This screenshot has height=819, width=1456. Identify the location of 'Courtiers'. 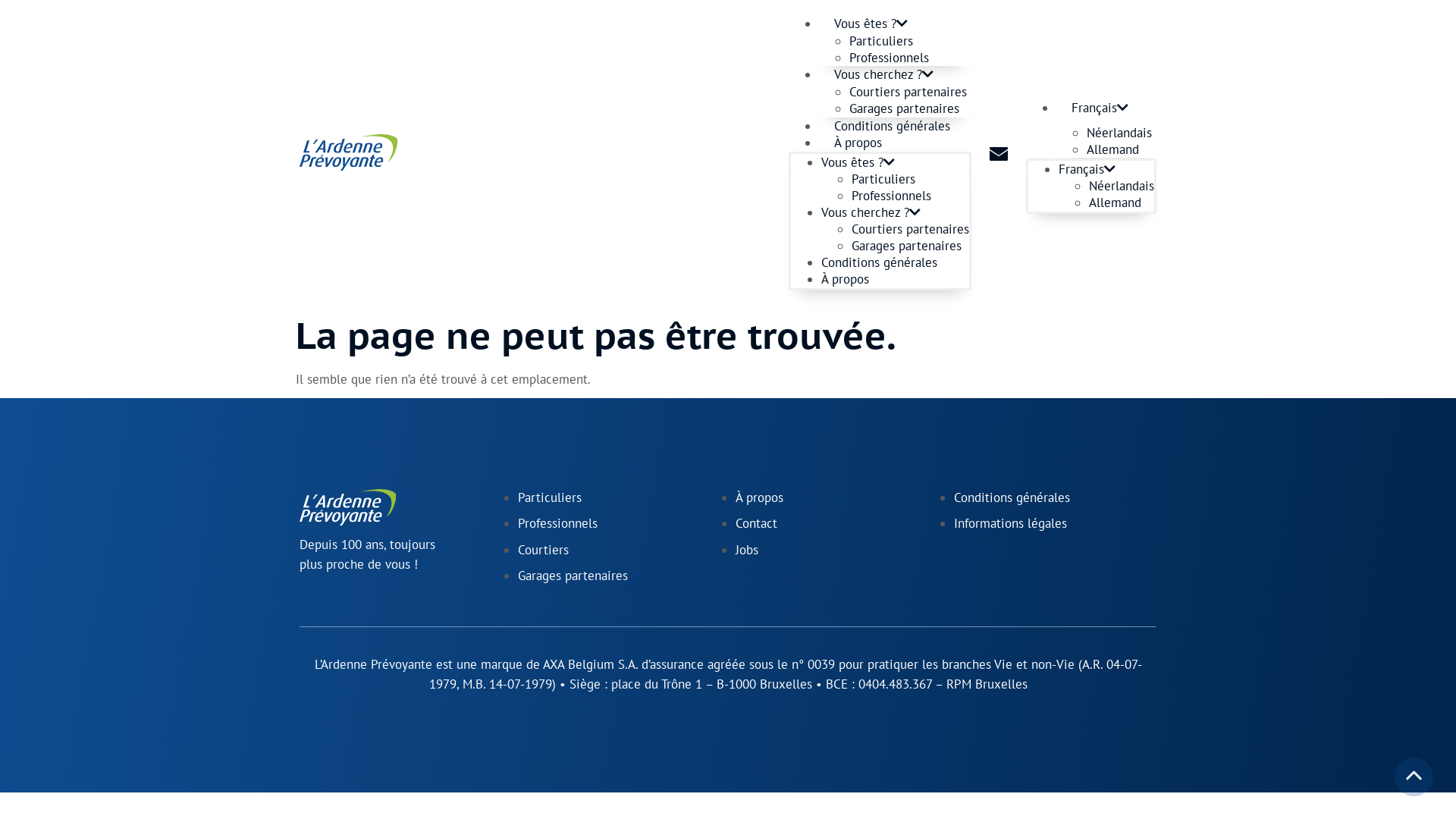
(542, 550).